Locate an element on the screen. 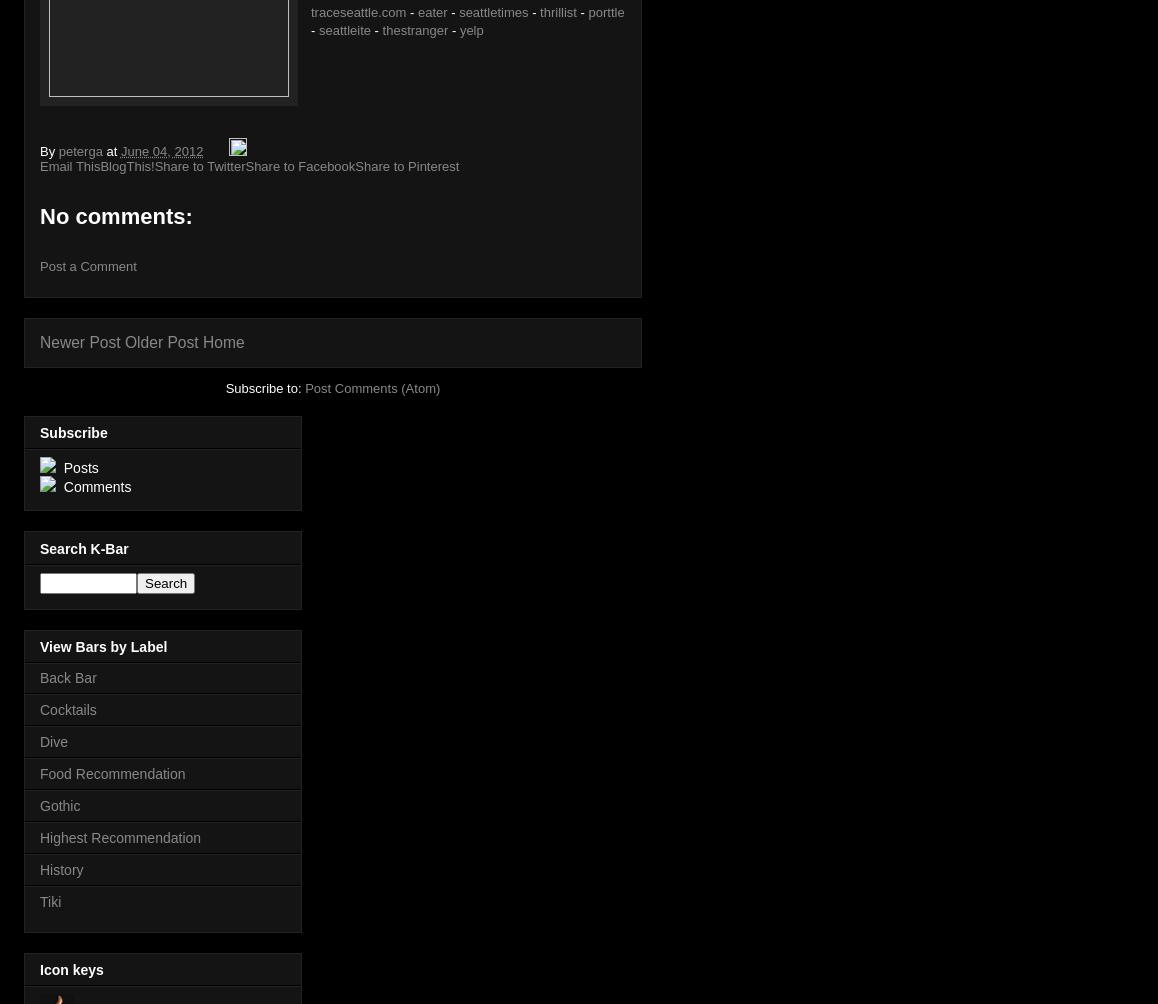 This screenshot has width=1158, height=1004. 'Subscribe to:' is located at coordinates (224, 386).